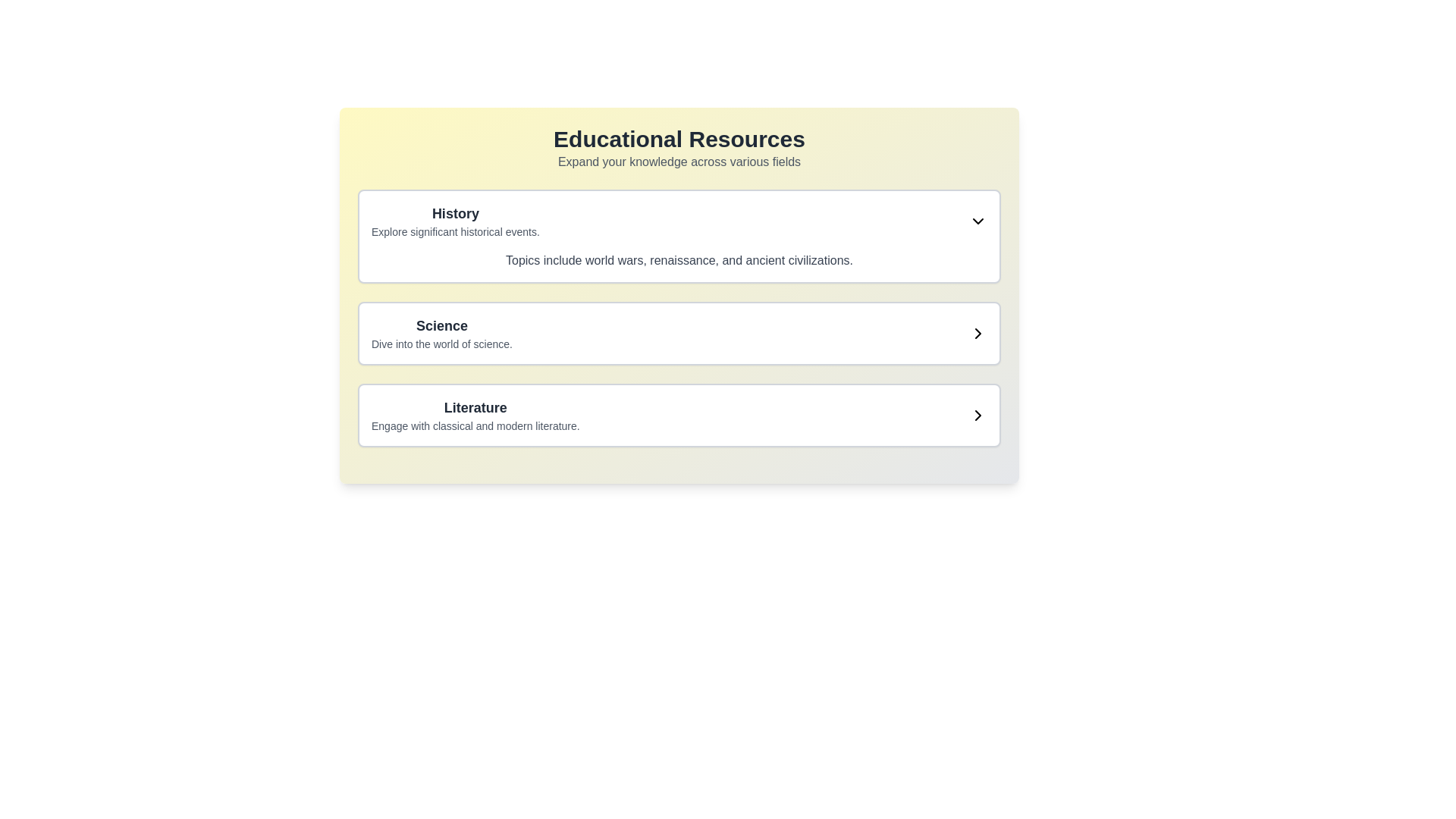 The height and width of the screenshot is (819, 1456). What do you see at coordinates (978, 415) in the screenshot?
I see `the Chevron (Right Arrow Icon) located to the far right of the 'Literature' list item in the vertical list` at bounding box center [978, 415].